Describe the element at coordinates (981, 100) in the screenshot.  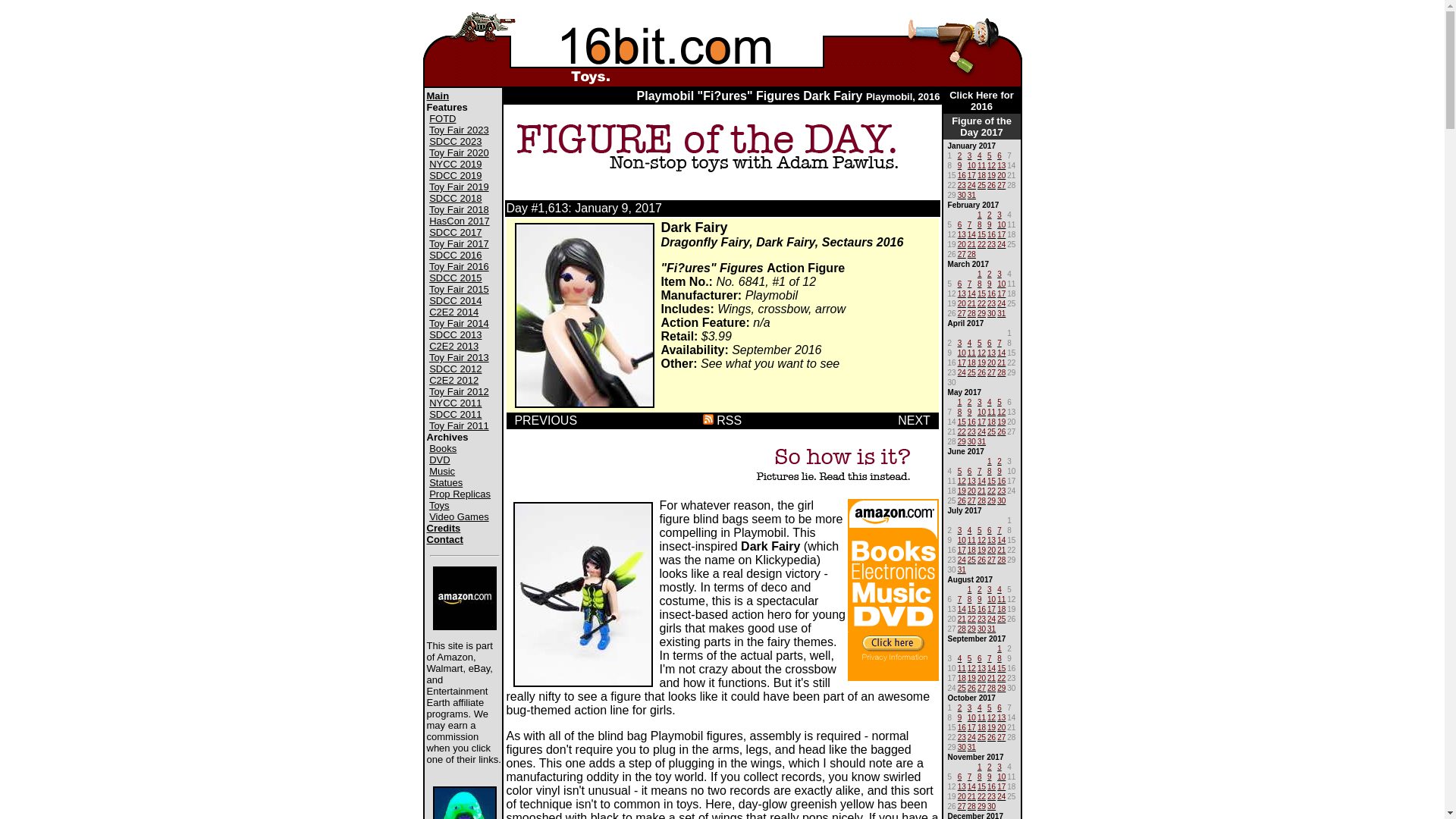
I see `'Click Here for 2016'` at that location.